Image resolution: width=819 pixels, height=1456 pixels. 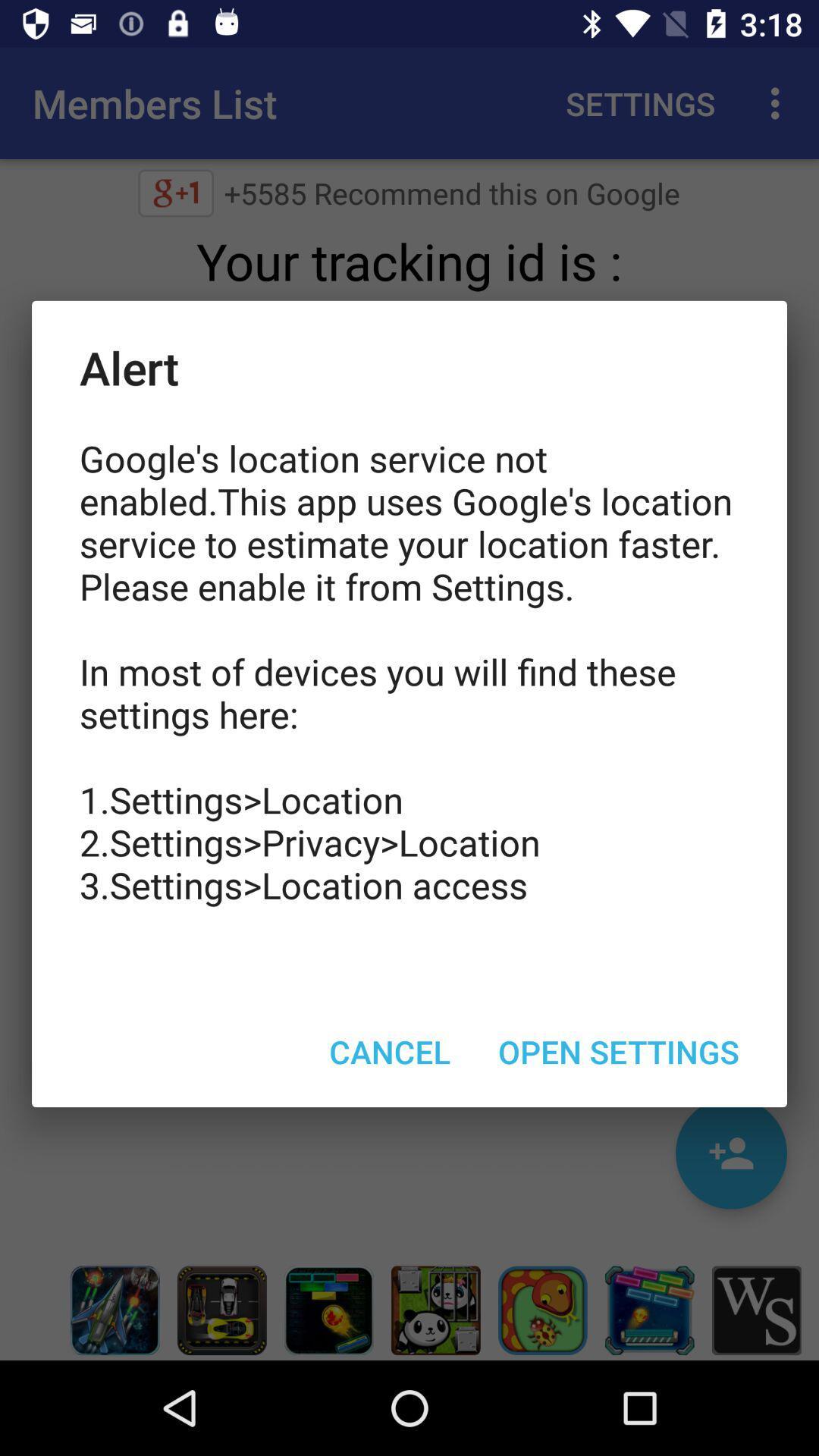 I want to click on the icon below google s location item, so click(x=619, y=1050).